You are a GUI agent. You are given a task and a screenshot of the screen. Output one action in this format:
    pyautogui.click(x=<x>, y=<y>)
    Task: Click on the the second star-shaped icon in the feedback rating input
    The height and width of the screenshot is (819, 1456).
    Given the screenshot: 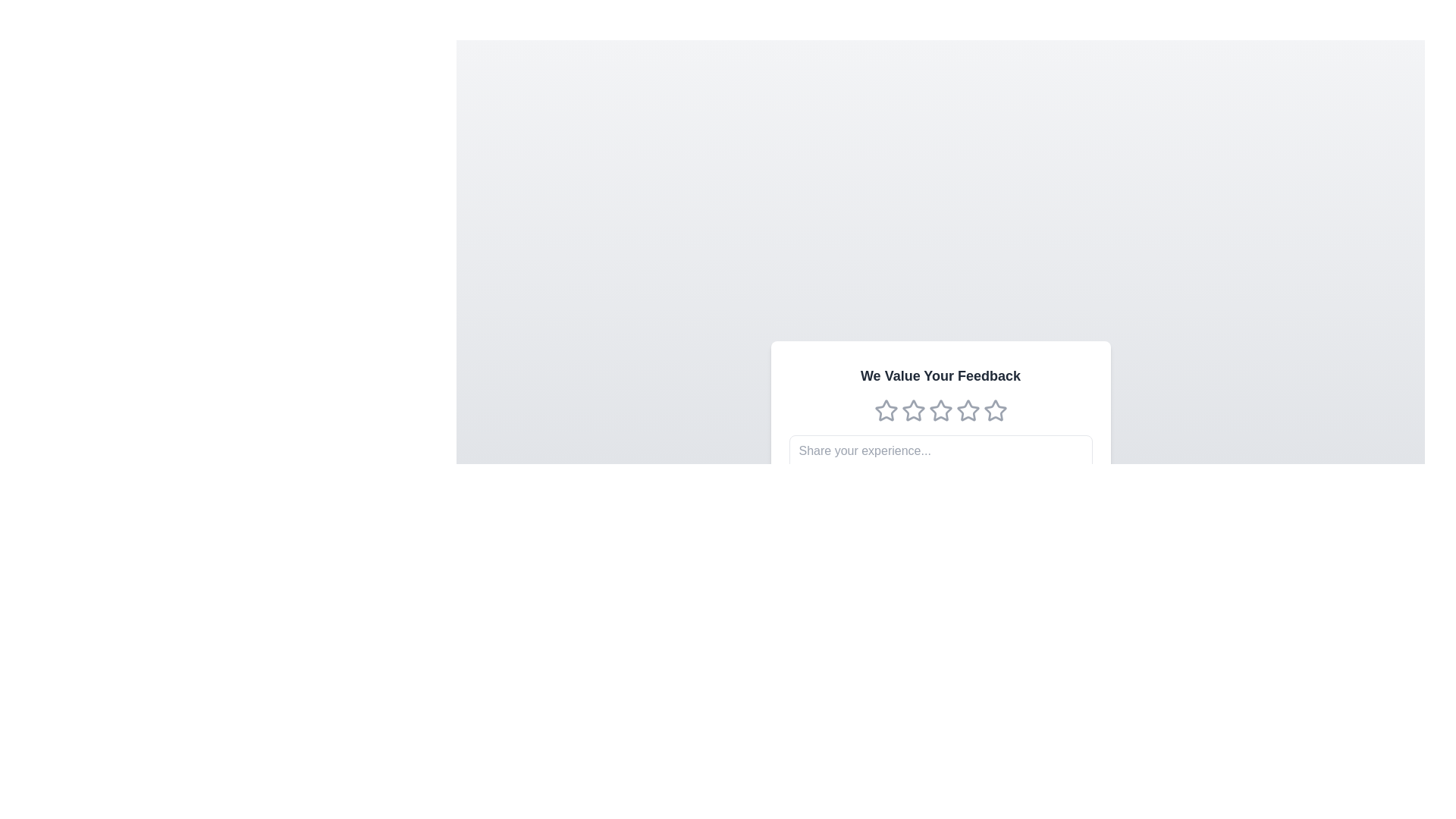 What is the action you would take?
    pyautogui.click(x=912, y=410)
    